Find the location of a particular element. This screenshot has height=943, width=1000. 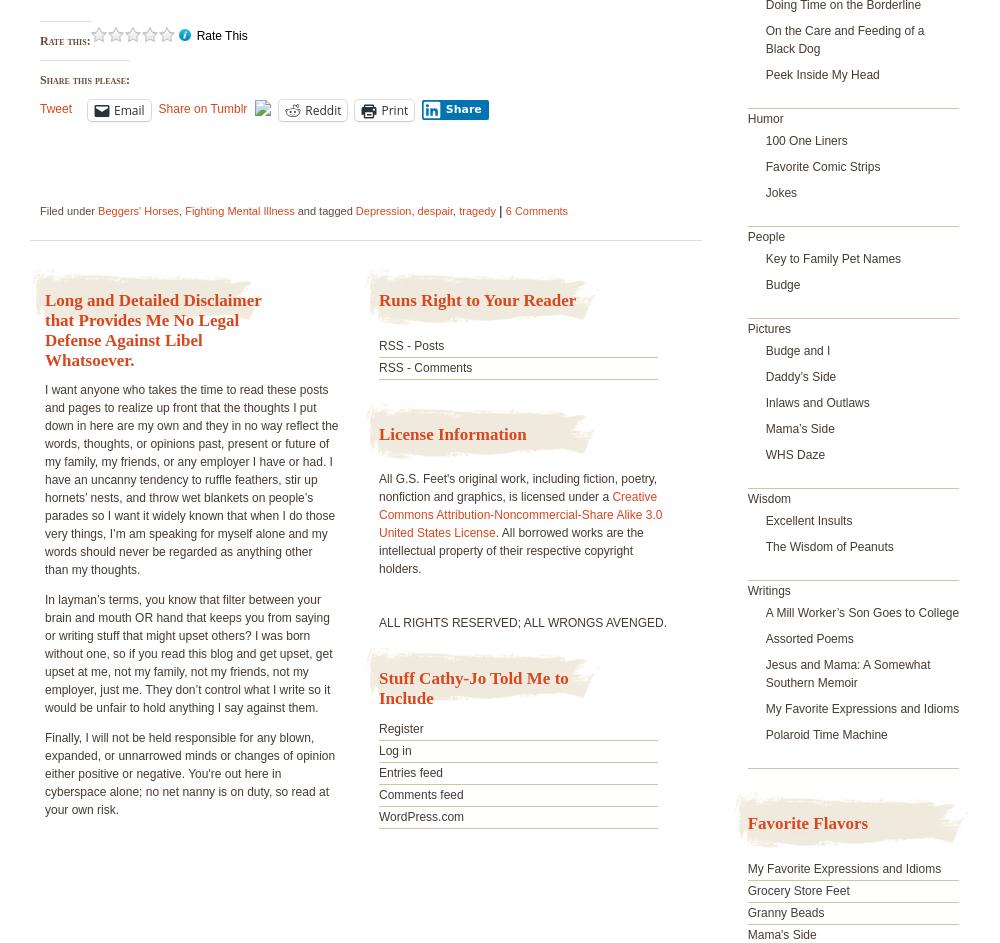

'Rate this:' is located at coordinates (40, 41).